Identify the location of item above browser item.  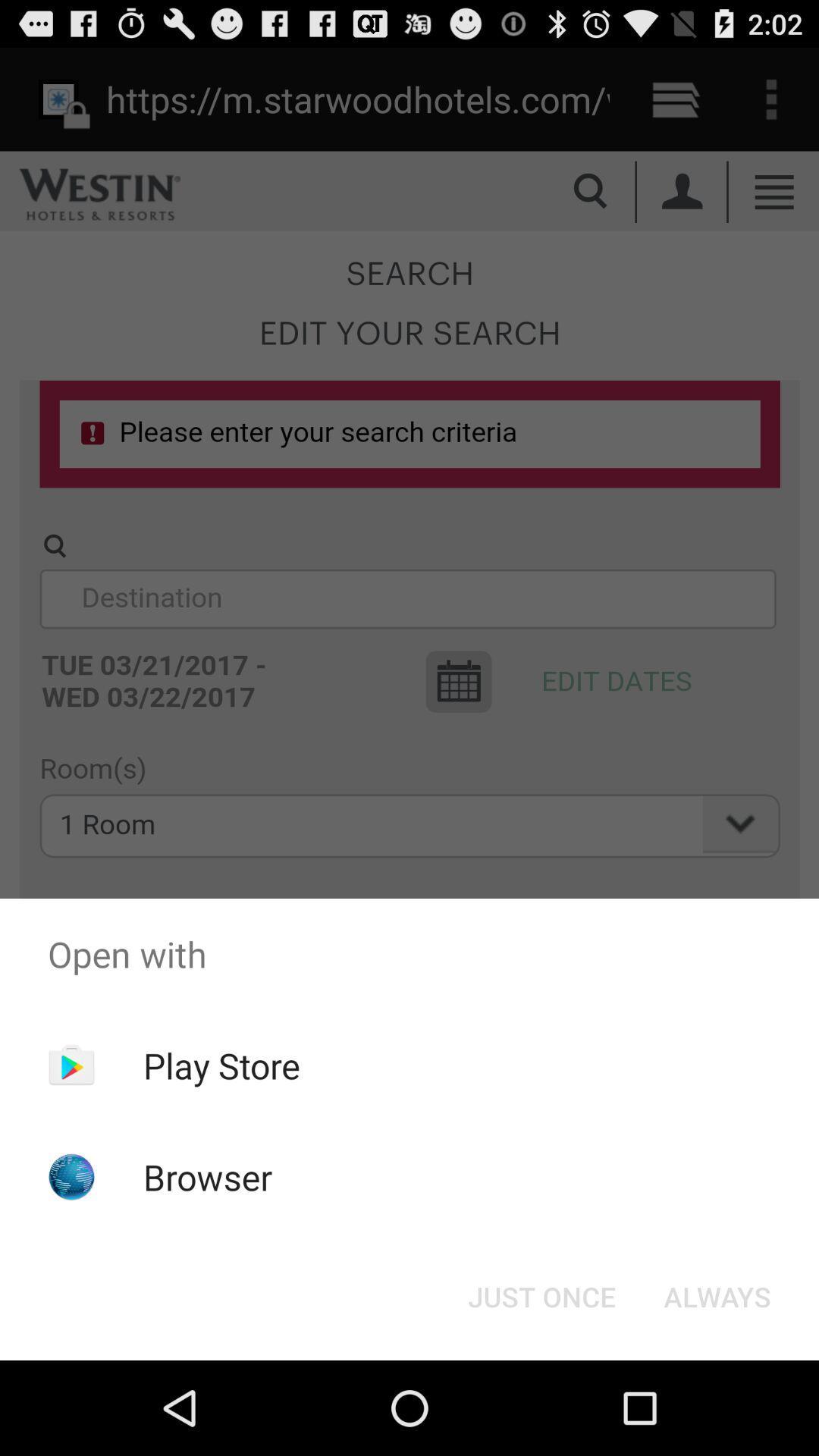
(221, 1065).